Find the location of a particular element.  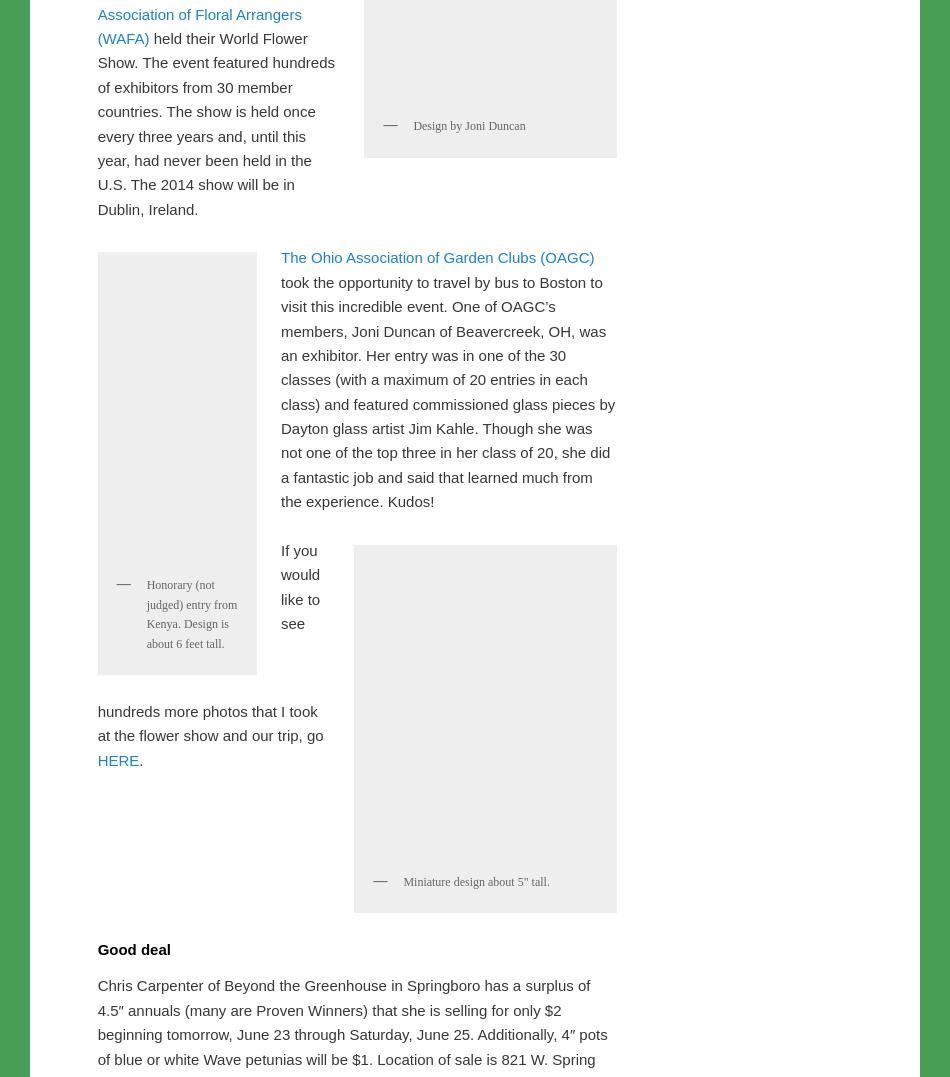

'The Ohio Association of Garden Clubs (OAGC)' is located at coordinates (280, 675).